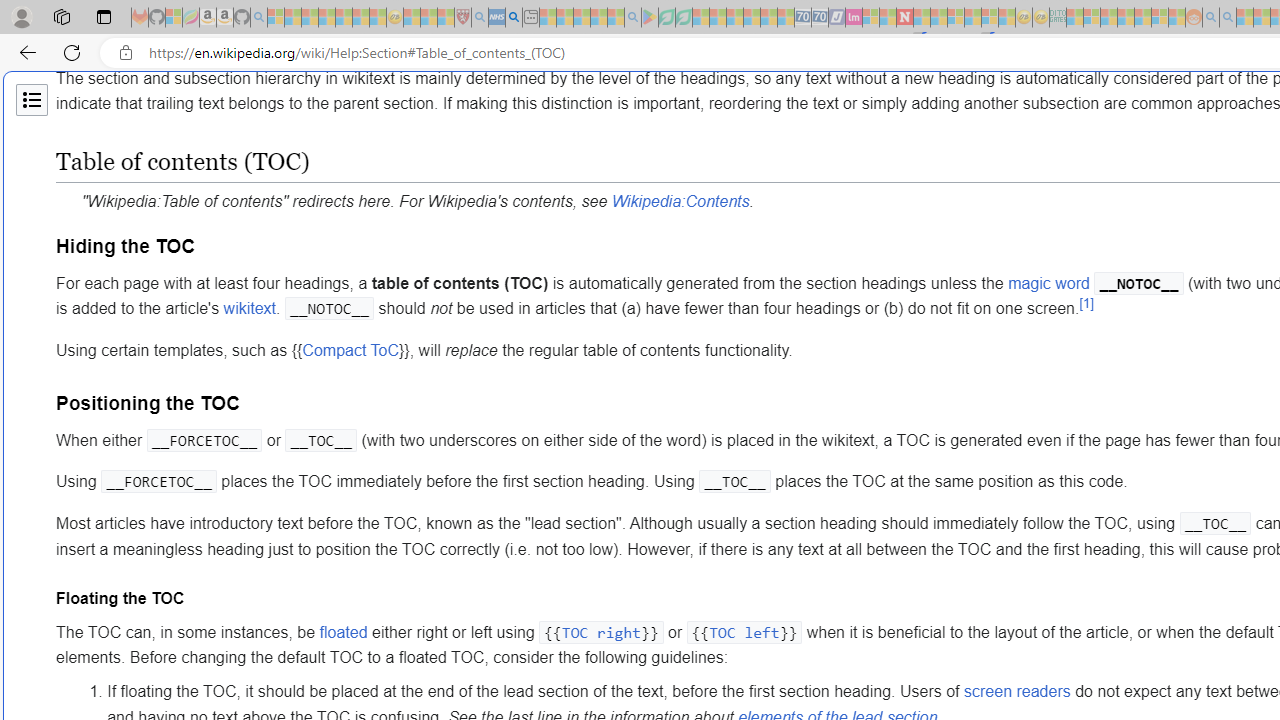 This screenshot has height=720, width=1280. What do you see at coordinates (680, 201) in the screenshot?
I see `'Wikipedia:Contents'` at bounding box center [680, 201].